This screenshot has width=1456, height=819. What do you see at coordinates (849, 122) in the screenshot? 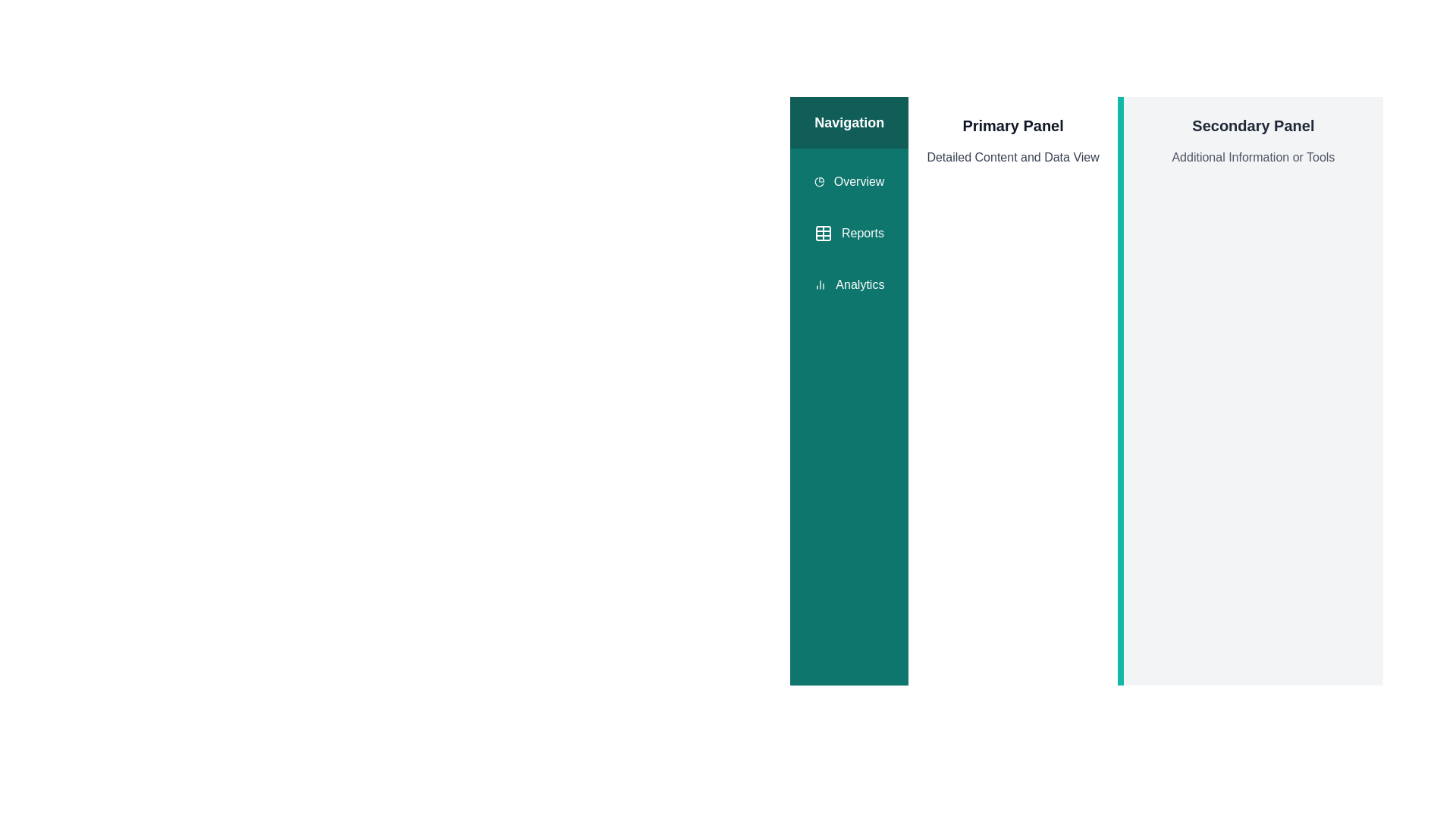
I see `the static header label located in the top-left section of the navigation panel, which guides the user by indicating its purpose` at bounding box center [849, 122].